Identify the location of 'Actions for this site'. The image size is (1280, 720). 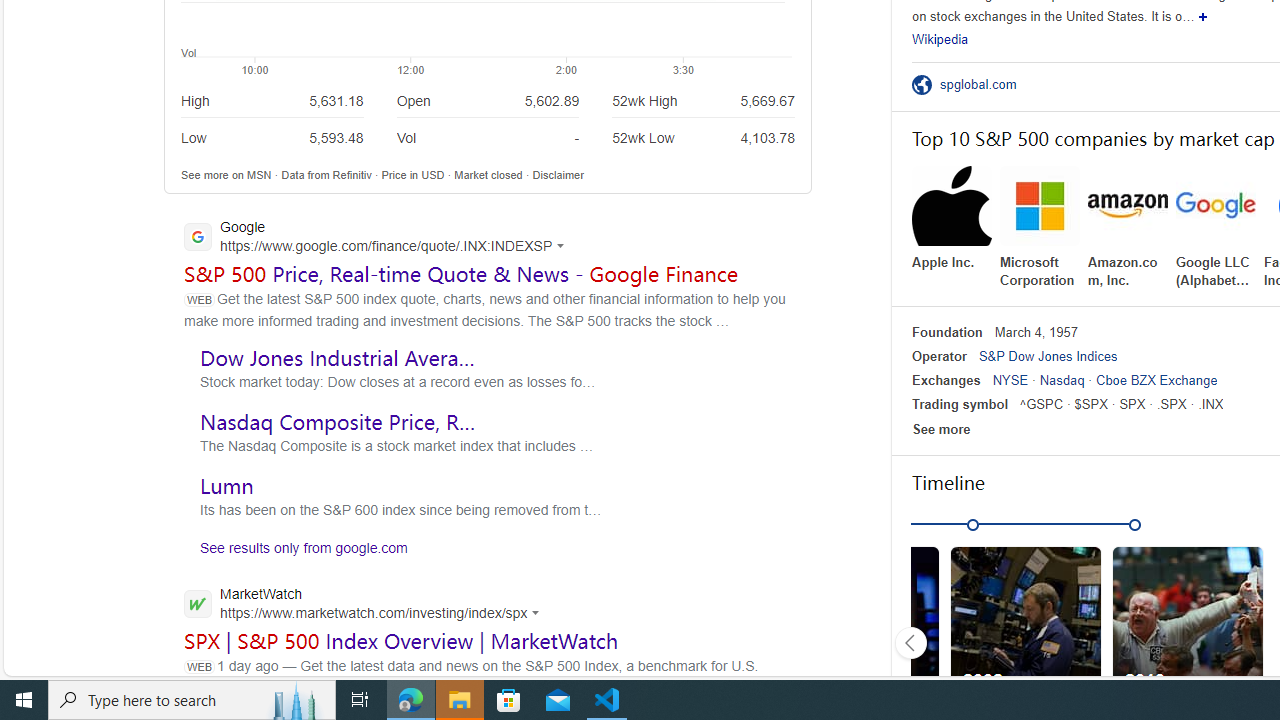
(538, 611).